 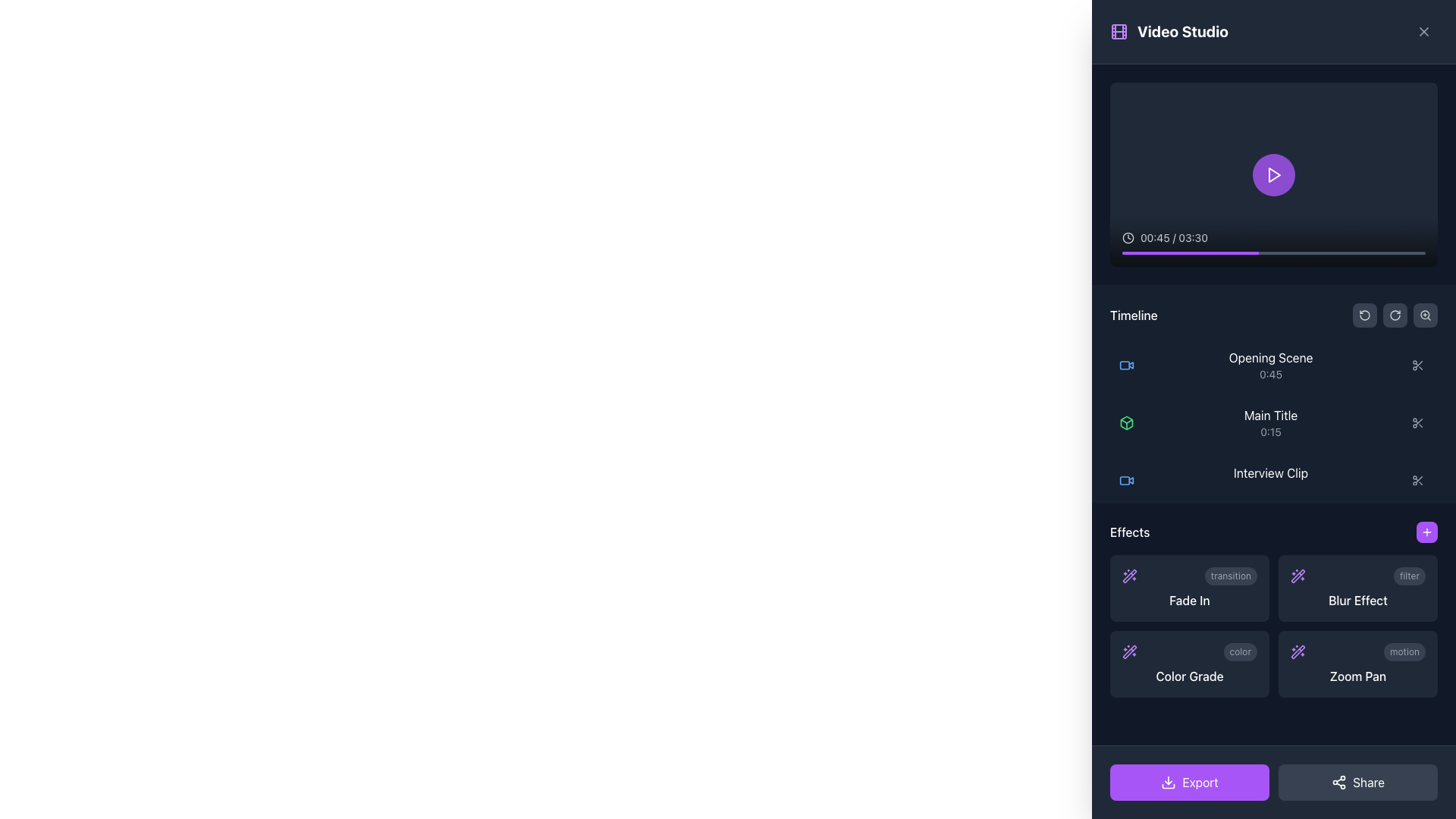 What do you see at coordinates (1417, 366) in the screenshot?
I see `the scissors icon located in the right-side controls under the 'Timeline' section` at bounding box center [1417, 366].